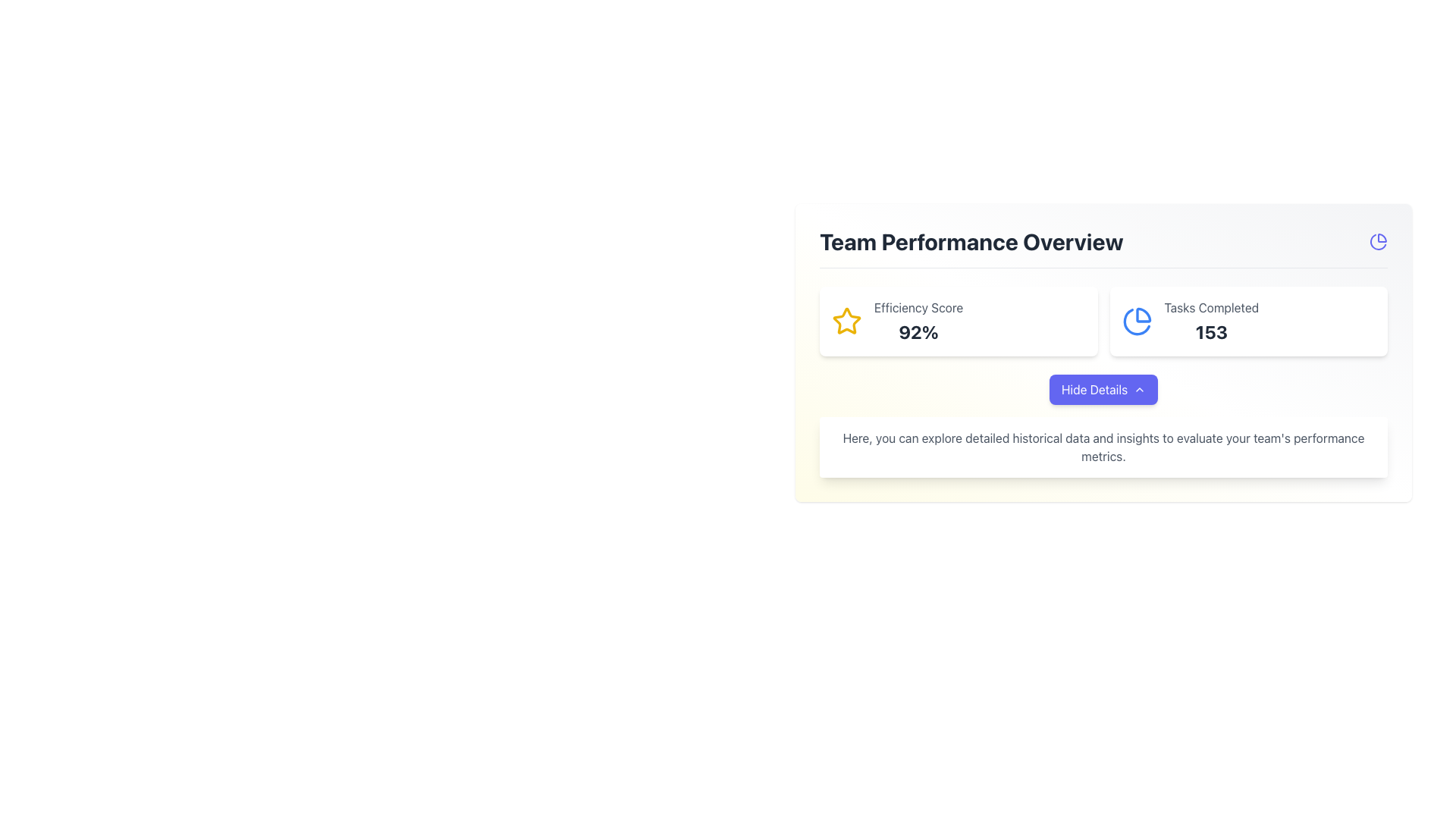 The image size is (1456, 819). What do you see at coordinates (1103, 388) in the screenshot?
I see `the button that toggles the visibility of the details or insights panel, located slightly above the textual description panel` at bounding box center [1103, 388].